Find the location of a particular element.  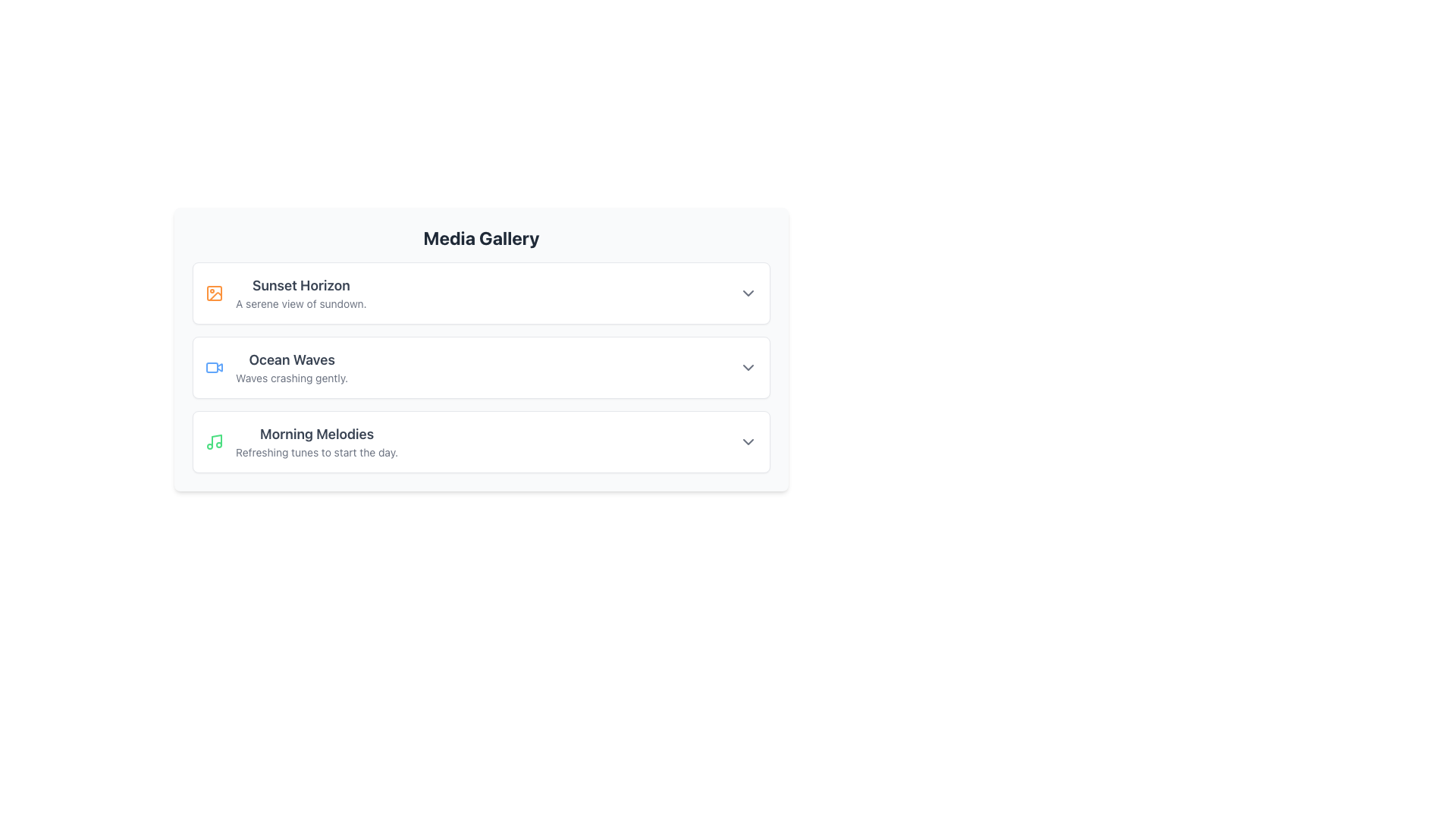

the multimedia item card located in the second vertical section, between 'Sunset Horizon' and 'Morning Melodies' is located at coordinates (480, 350).